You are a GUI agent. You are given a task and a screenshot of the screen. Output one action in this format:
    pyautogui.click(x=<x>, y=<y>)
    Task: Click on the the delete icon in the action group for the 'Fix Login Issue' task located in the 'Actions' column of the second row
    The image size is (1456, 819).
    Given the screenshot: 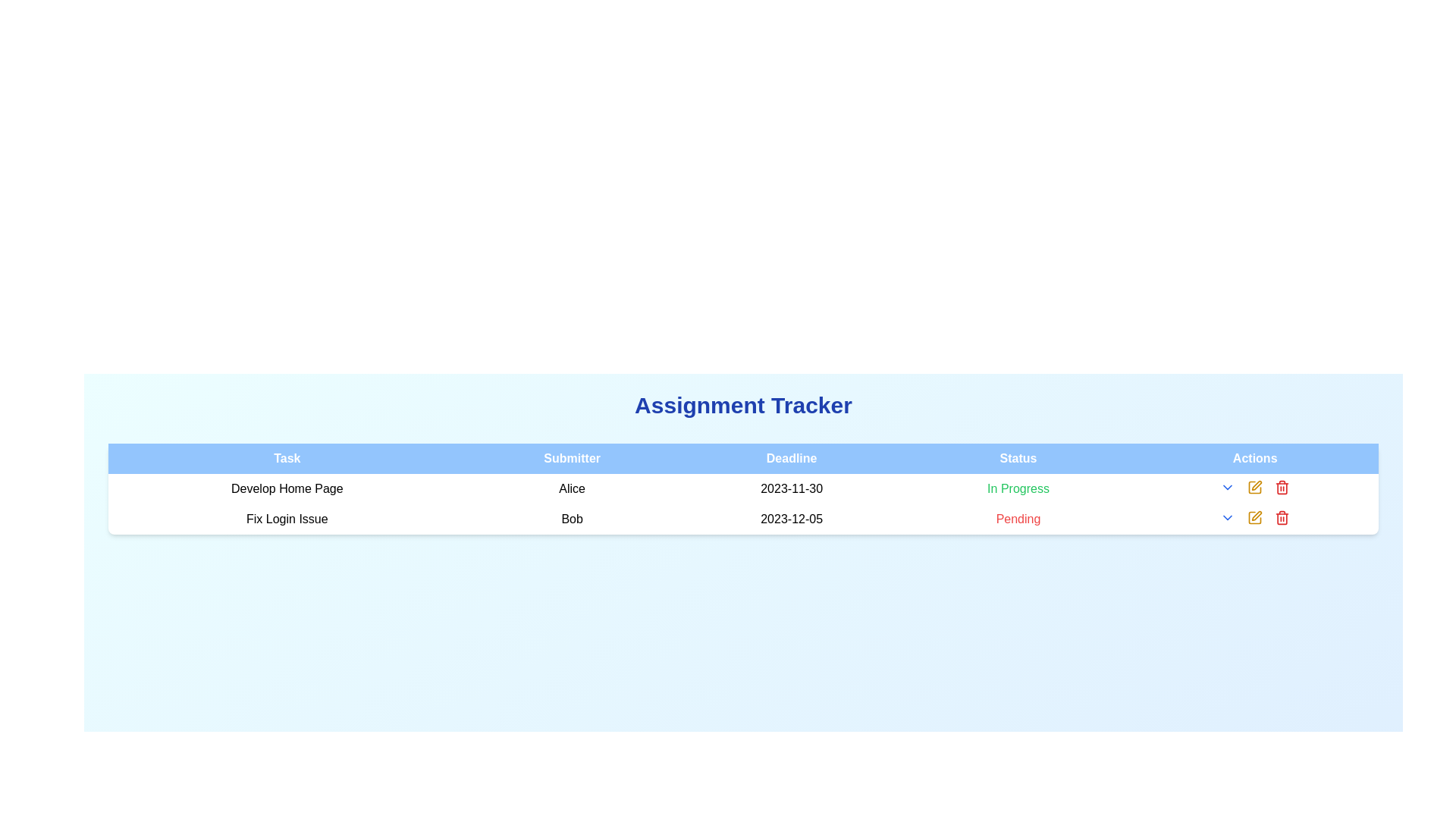 What is the action you would take?
    pyautogui.click(x=1255, y=516)
    